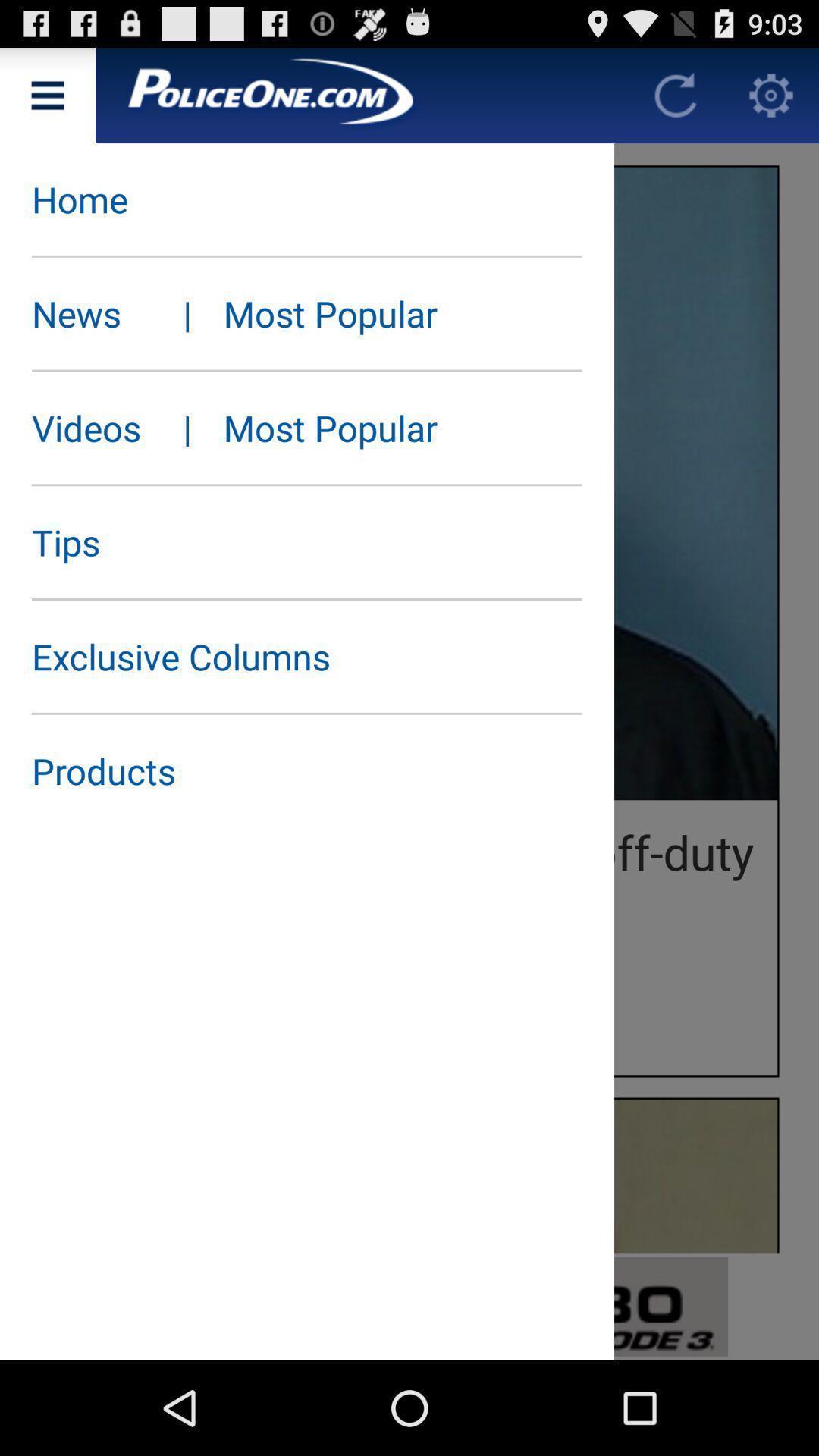  Describe the element at coordinates (675, 101) in the screenshot. I see `the refresh icon` at that location.